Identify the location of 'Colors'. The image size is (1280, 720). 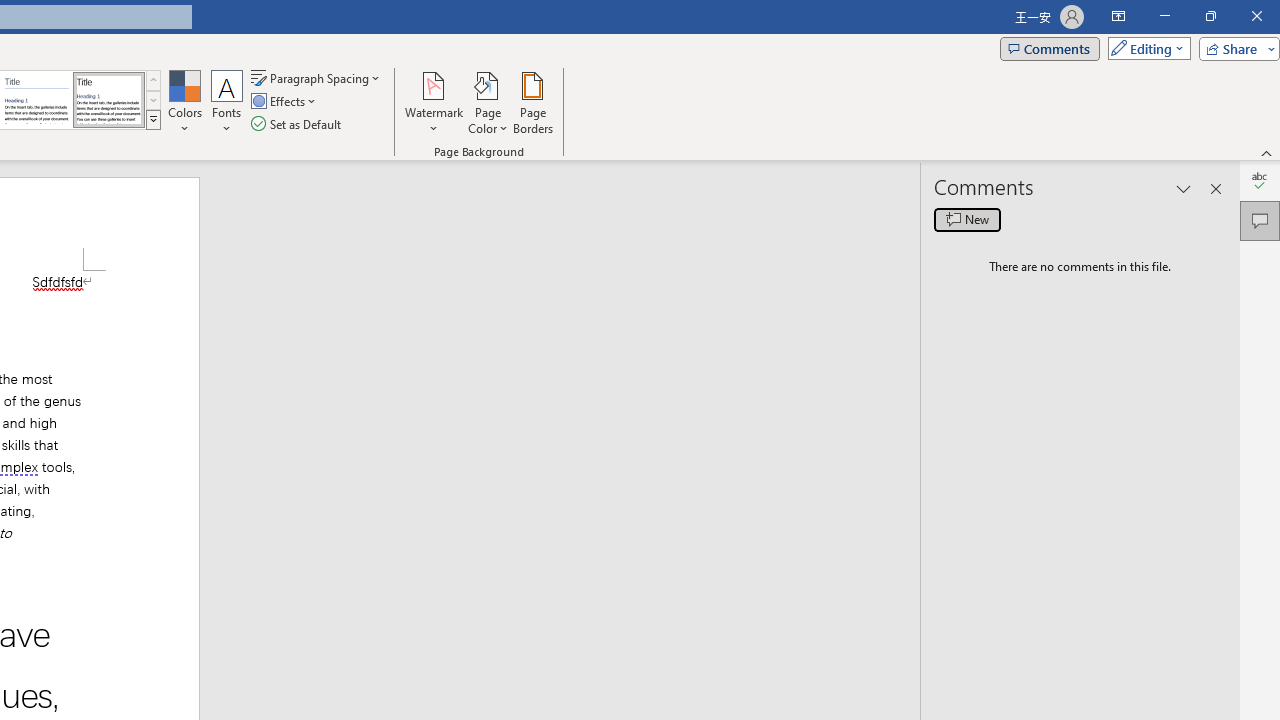
(184, 103).